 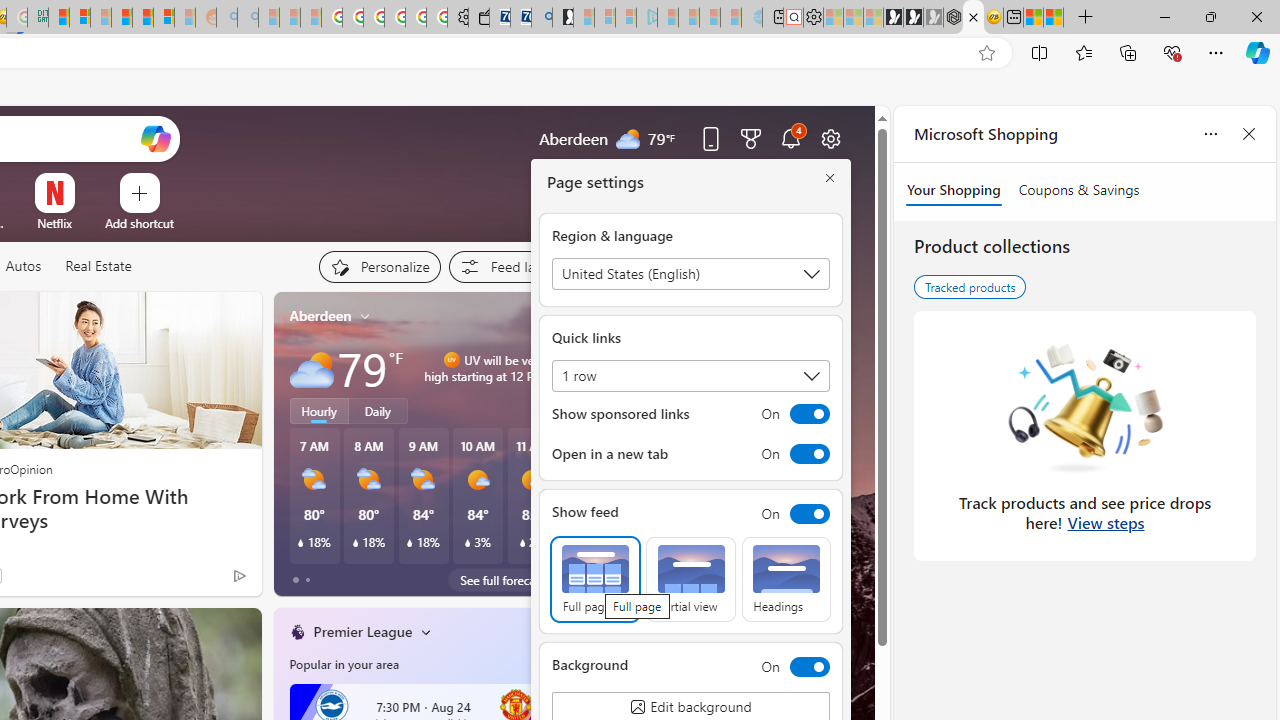 I want to click on 'Expert Portfolios', so click(x=120, y=17).